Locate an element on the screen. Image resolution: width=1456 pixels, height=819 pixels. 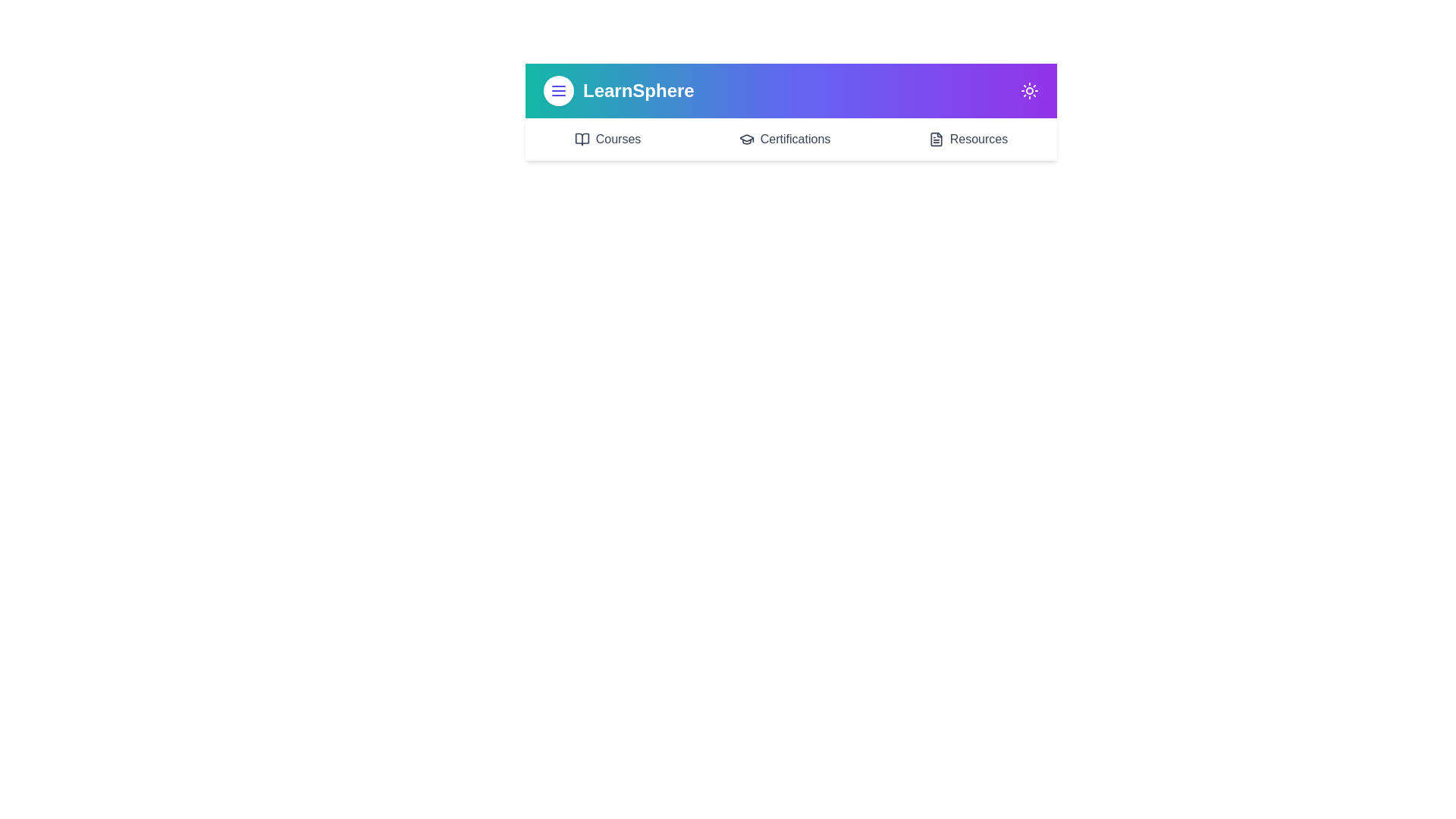
the 'Resources' navigation link is located at coordinates (967, 140).